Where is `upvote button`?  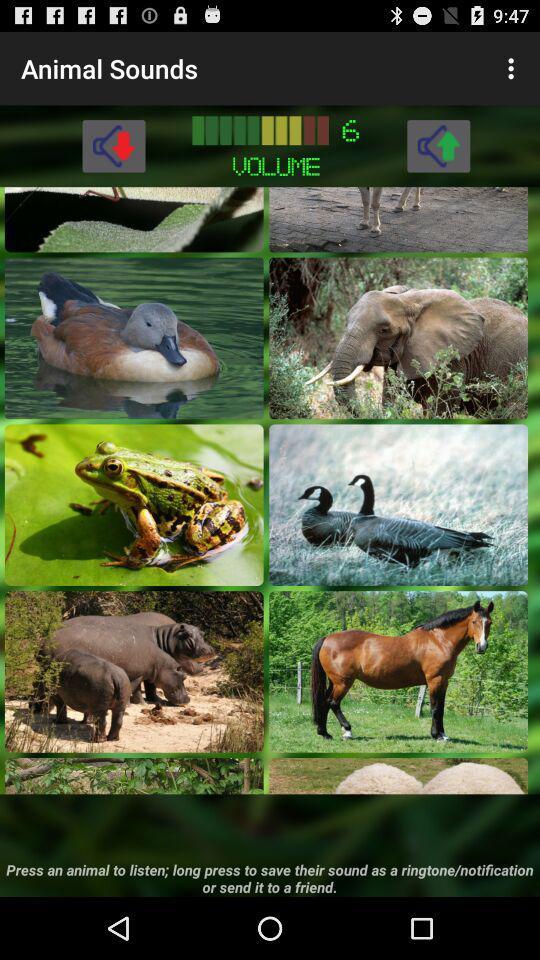 upvote button is located at coordinates (437, 144).